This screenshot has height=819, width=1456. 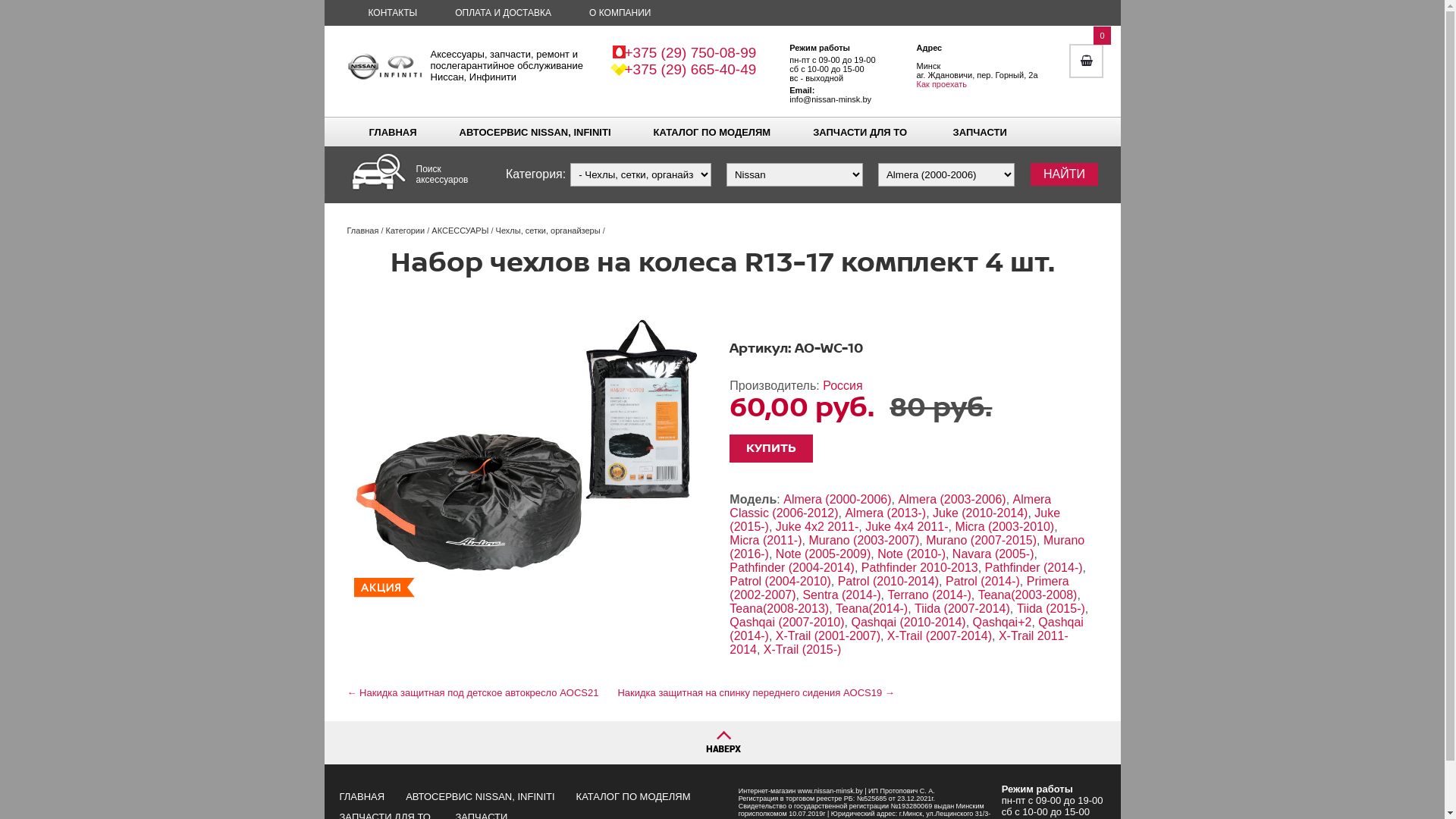 I want to click on 'Patrol (2004-2010)', so click(x=780, y=580).